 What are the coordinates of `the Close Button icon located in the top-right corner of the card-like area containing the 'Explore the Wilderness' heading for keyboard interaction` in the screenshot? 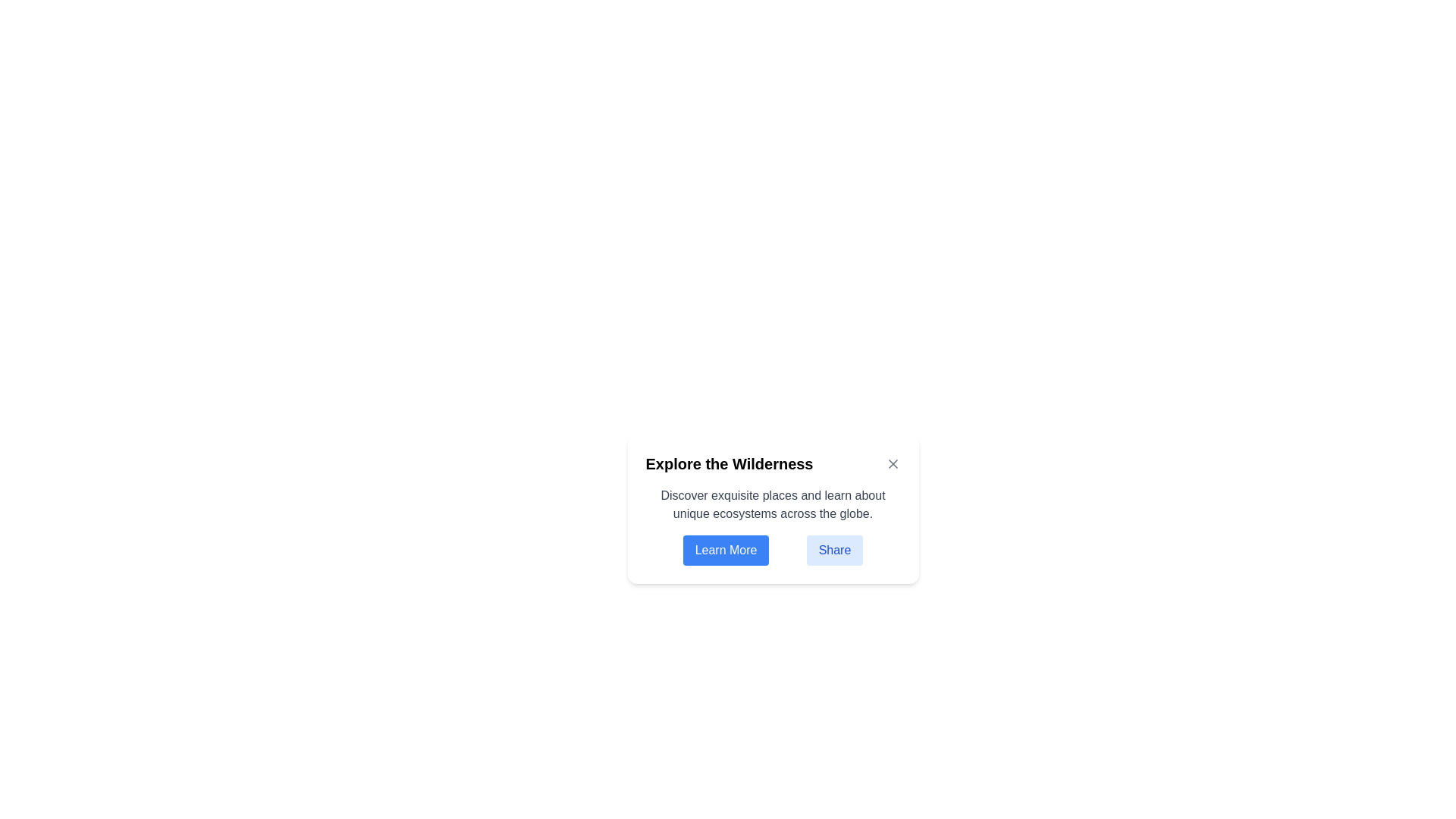 It's located at (893, 463).